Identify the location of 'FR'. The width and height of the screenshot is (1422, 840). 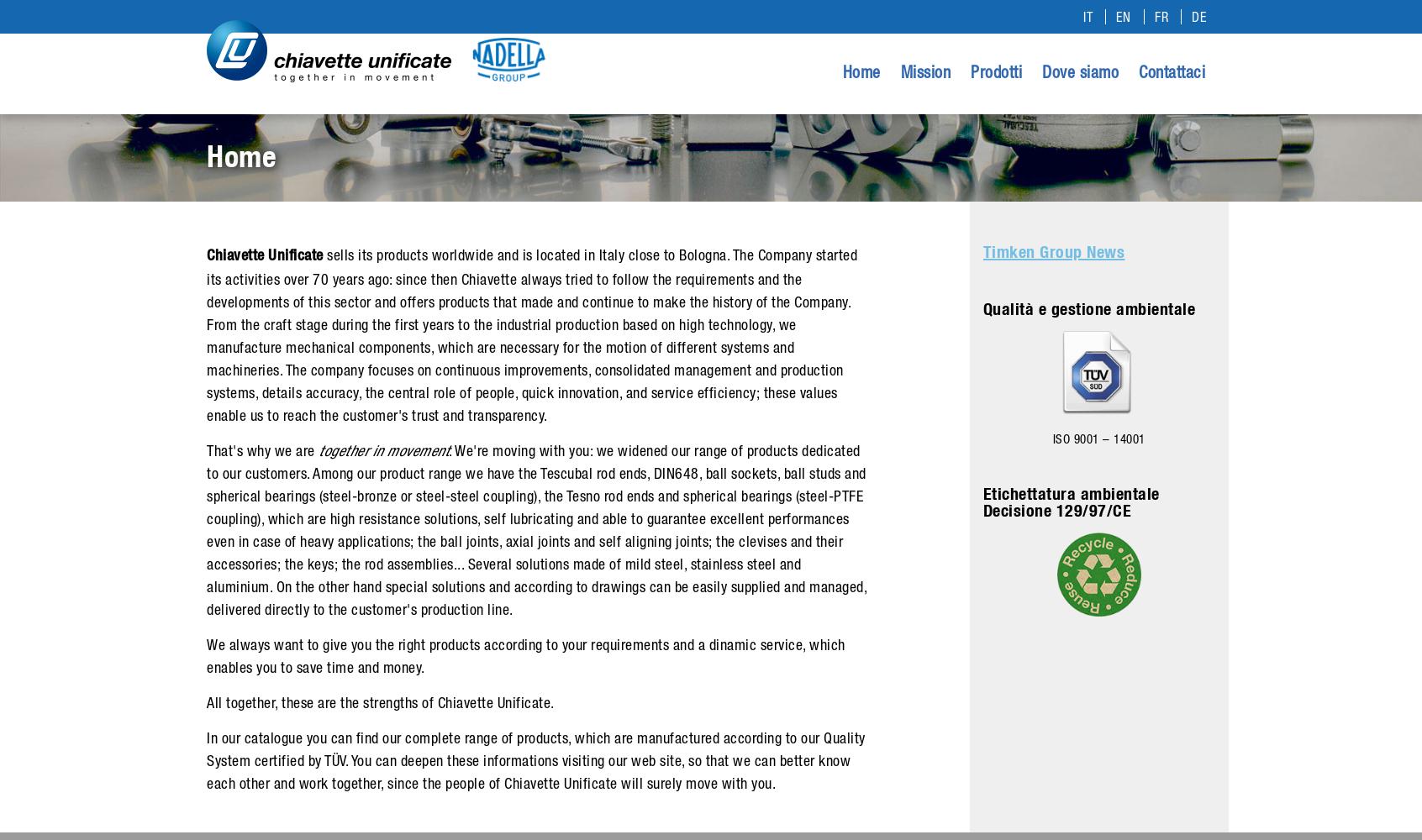
(1161, 17).